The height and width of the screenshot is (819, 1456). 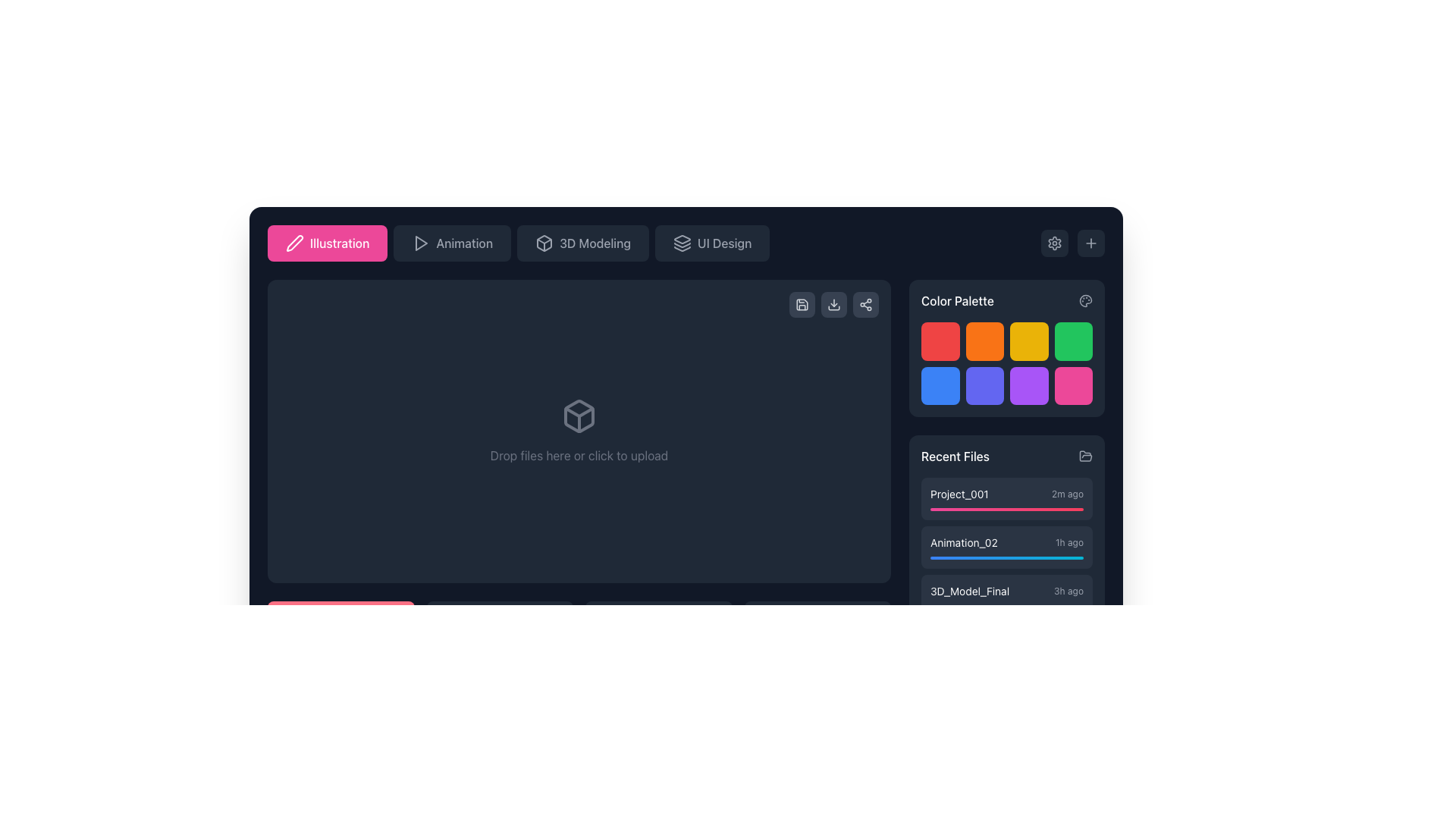 What do you see at coordinates (984, 341) in the screenshot?
I see `the bright orange button with rounded corners in the 'Color Palette' section` at bounding box center [984, 341].